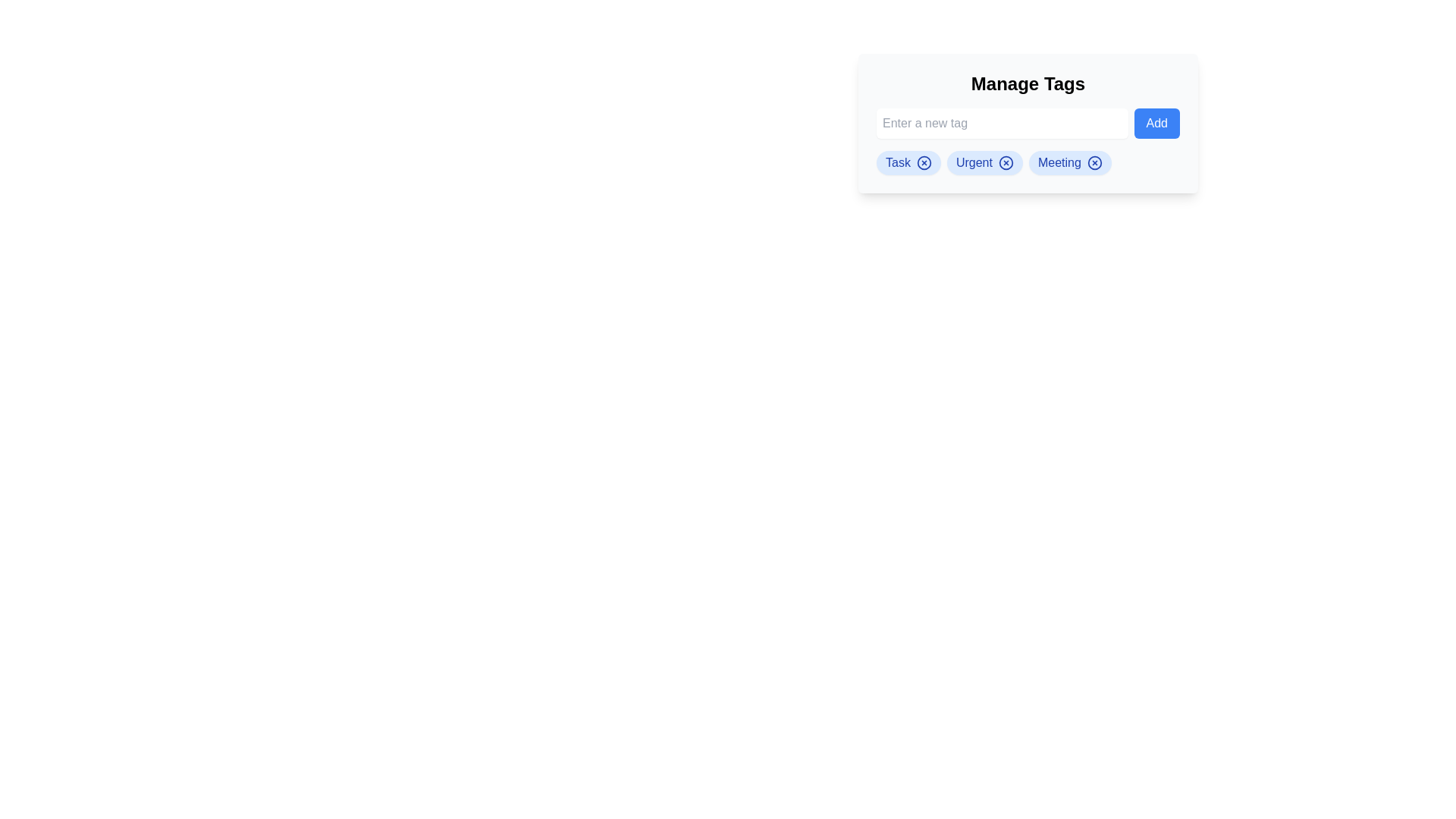  What do you see at coordinates (1069, 163) in the screenshot?
I see `the 'Meeting' tag, which has a blue background and a removable 'x' icon, to select or edit it` at bounding box center [1069, 163].